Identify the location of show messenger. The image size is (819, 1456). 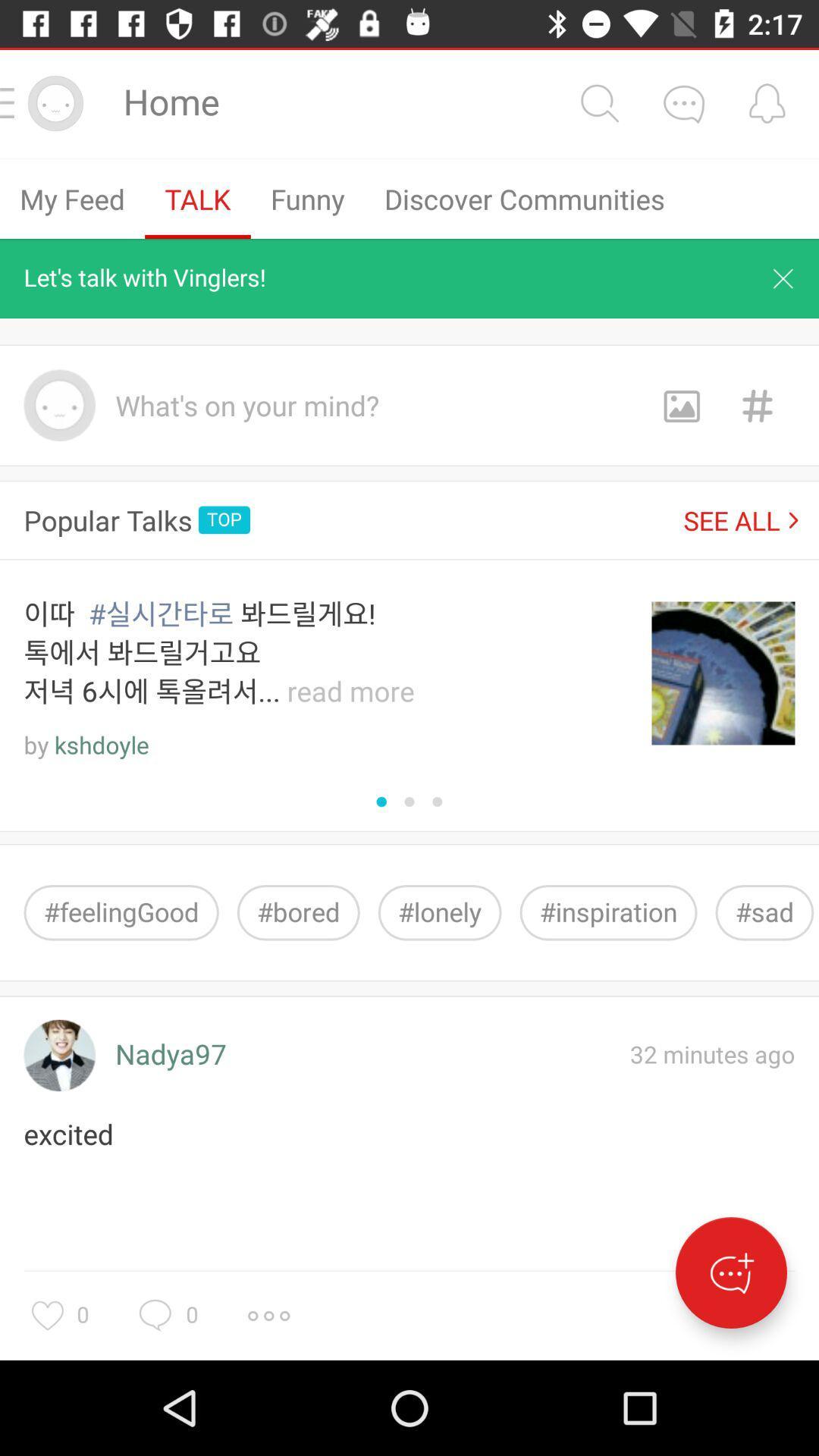
(730, 1272).